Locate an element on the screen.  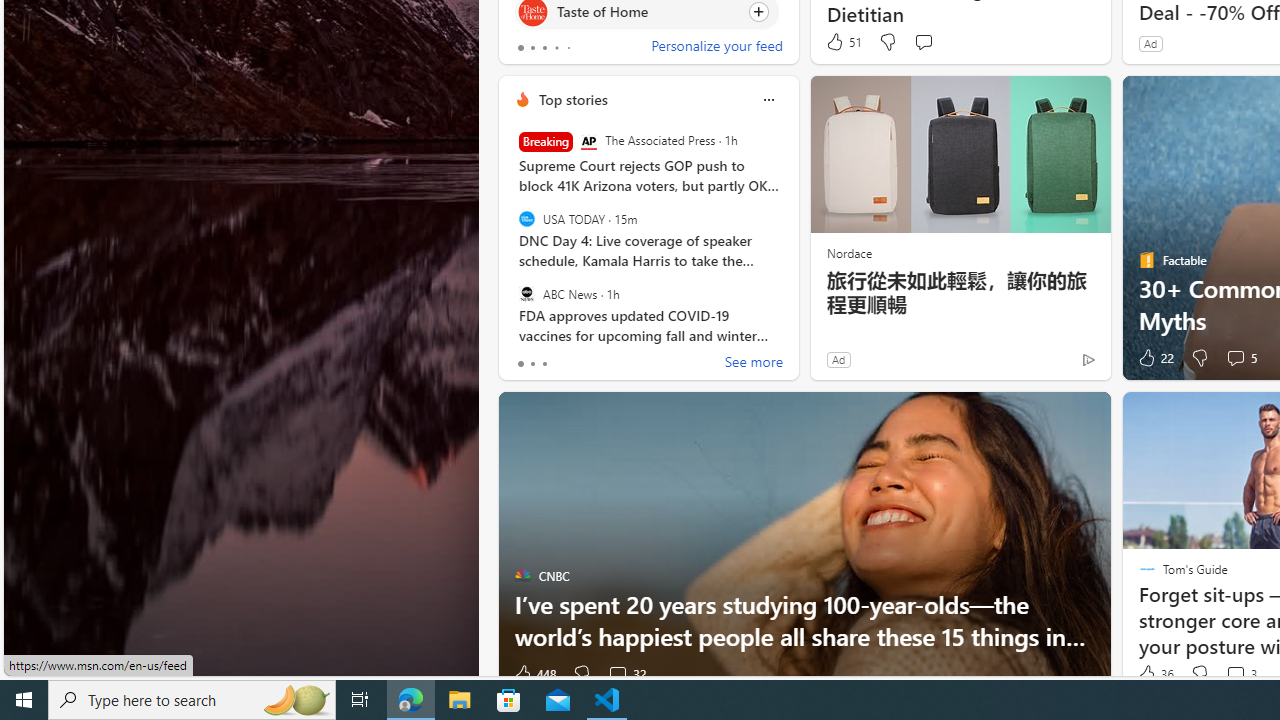
'tab-2' is located at coordinates (544, 363).